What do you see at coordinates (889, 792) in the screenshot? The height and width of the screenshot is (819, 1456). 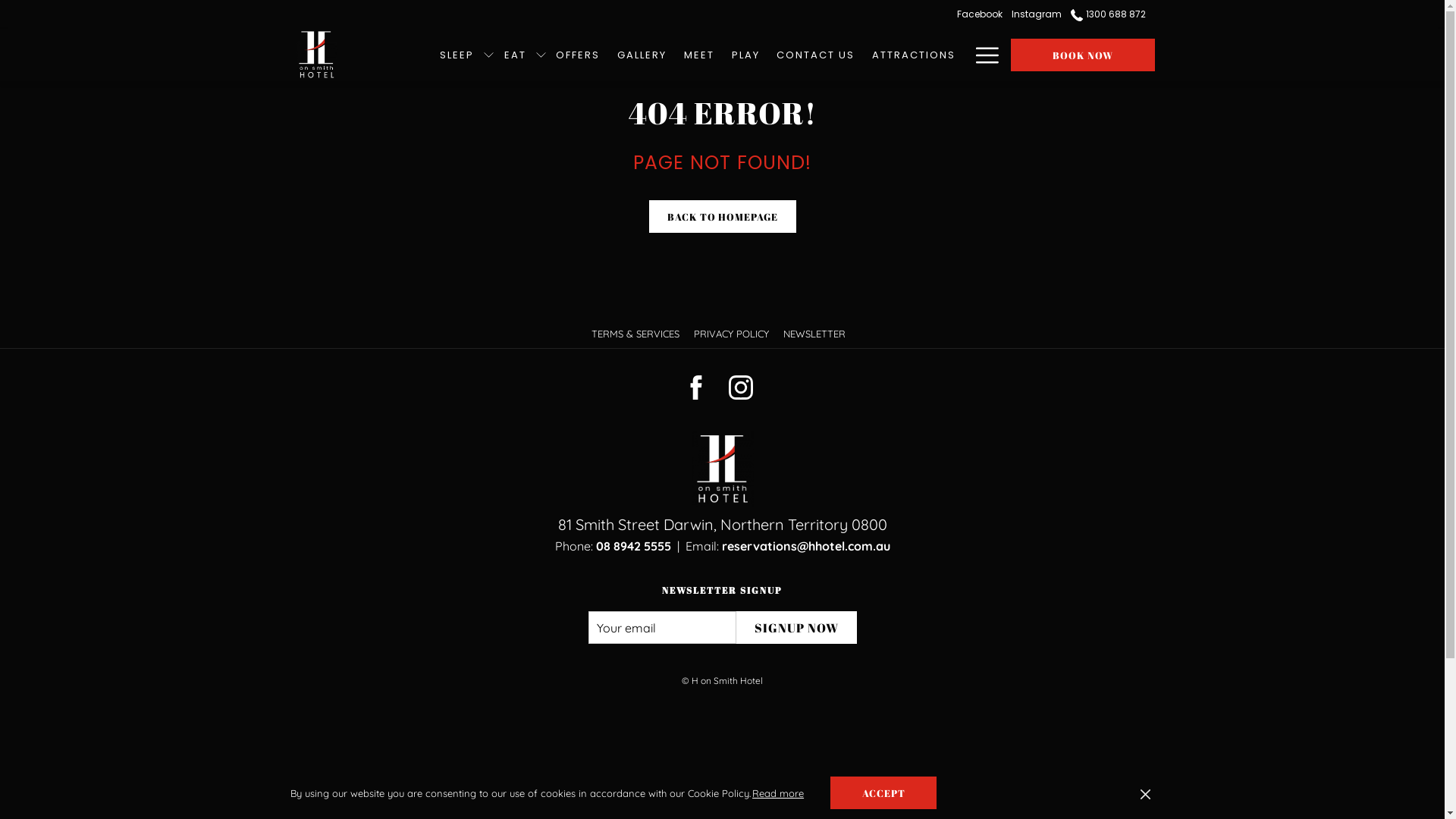 I see `'ACCEPT'` at bounding box center [889, 792].